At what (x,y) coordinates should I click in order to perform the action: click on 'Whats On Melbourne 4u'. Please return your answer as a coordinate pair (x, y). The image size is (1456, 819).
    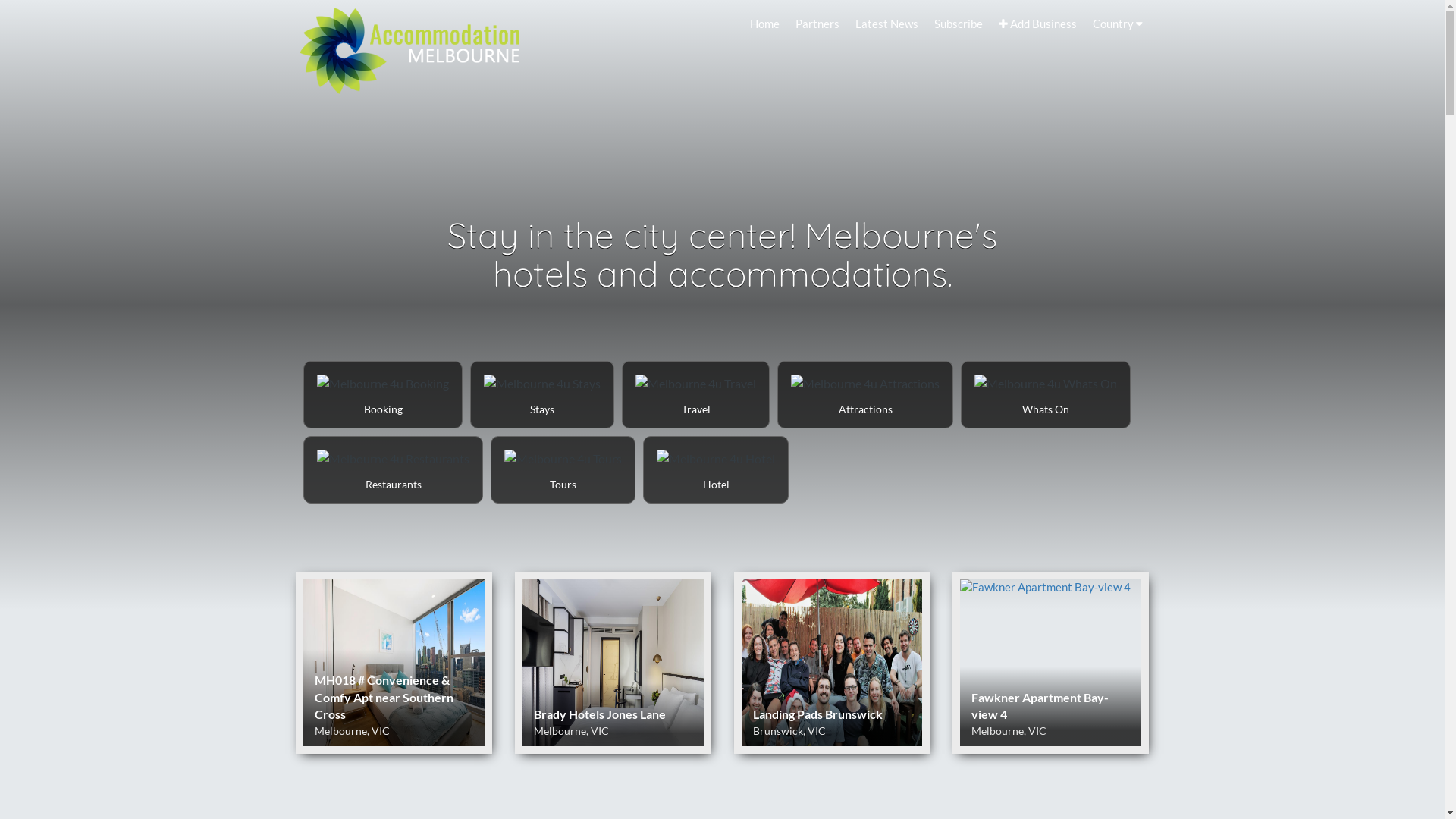
    Looking at the image, I should click on (960, 394).